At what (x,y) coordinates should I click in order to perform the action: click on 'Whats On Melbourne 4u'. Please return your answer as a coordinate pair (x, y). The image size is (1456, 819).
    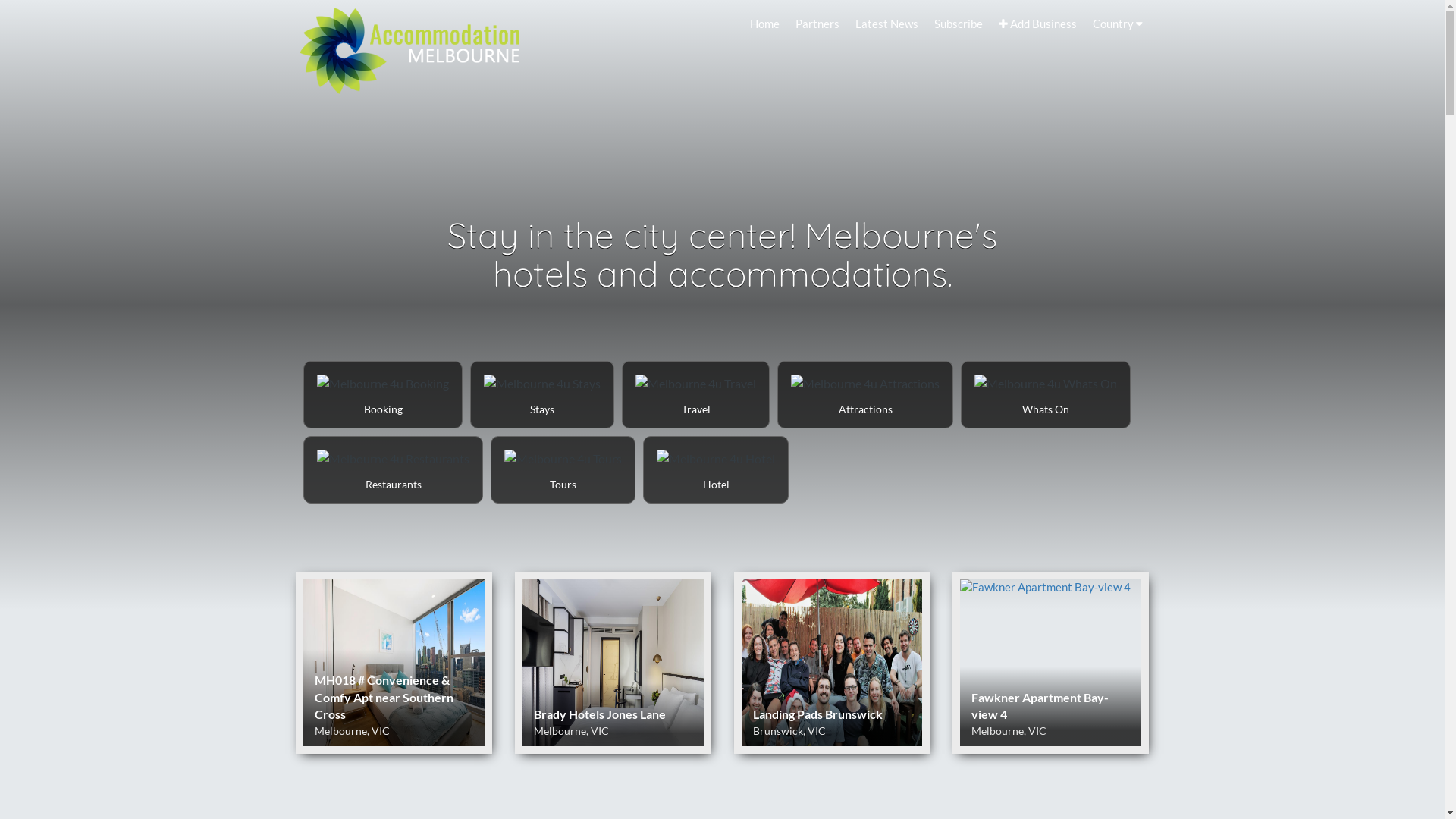
    Looking at the image, I should click on (960, 394).